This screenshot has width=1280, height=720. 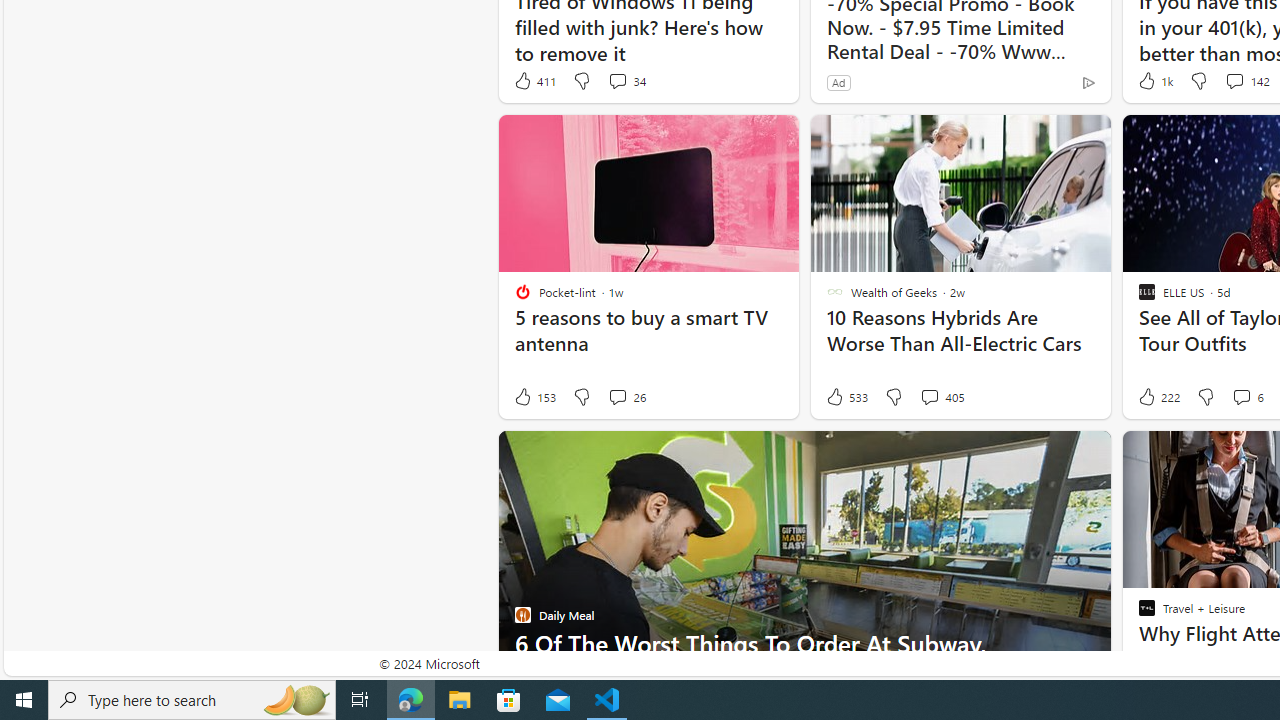 What do you see at coordinates (616, 80) in the screenshot?
I see `'View comments 34 Comment'` at bounding box center [616, 80].